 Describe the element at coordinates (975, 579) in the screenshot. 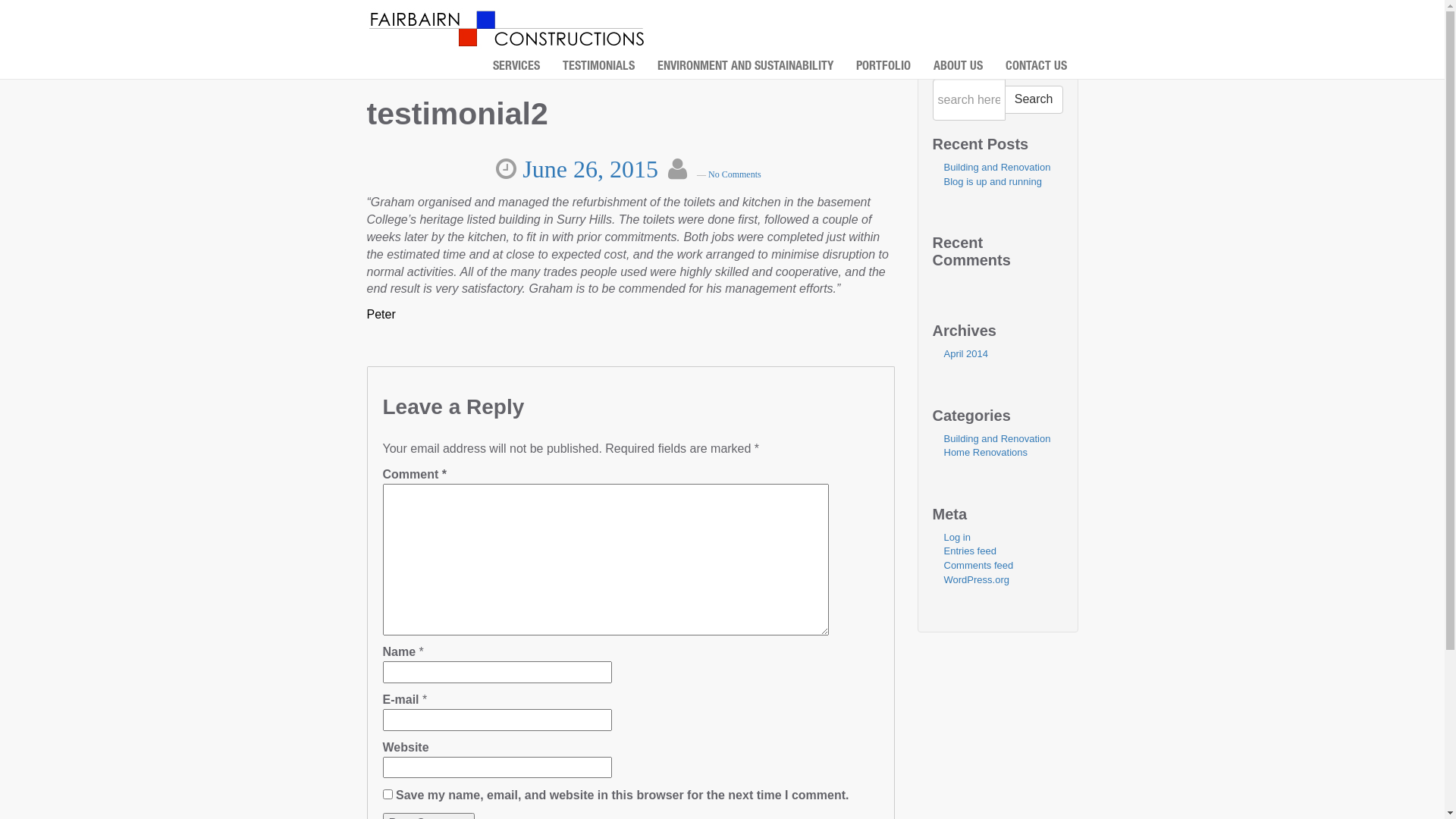

I see `'WordPress.org'` at that location.